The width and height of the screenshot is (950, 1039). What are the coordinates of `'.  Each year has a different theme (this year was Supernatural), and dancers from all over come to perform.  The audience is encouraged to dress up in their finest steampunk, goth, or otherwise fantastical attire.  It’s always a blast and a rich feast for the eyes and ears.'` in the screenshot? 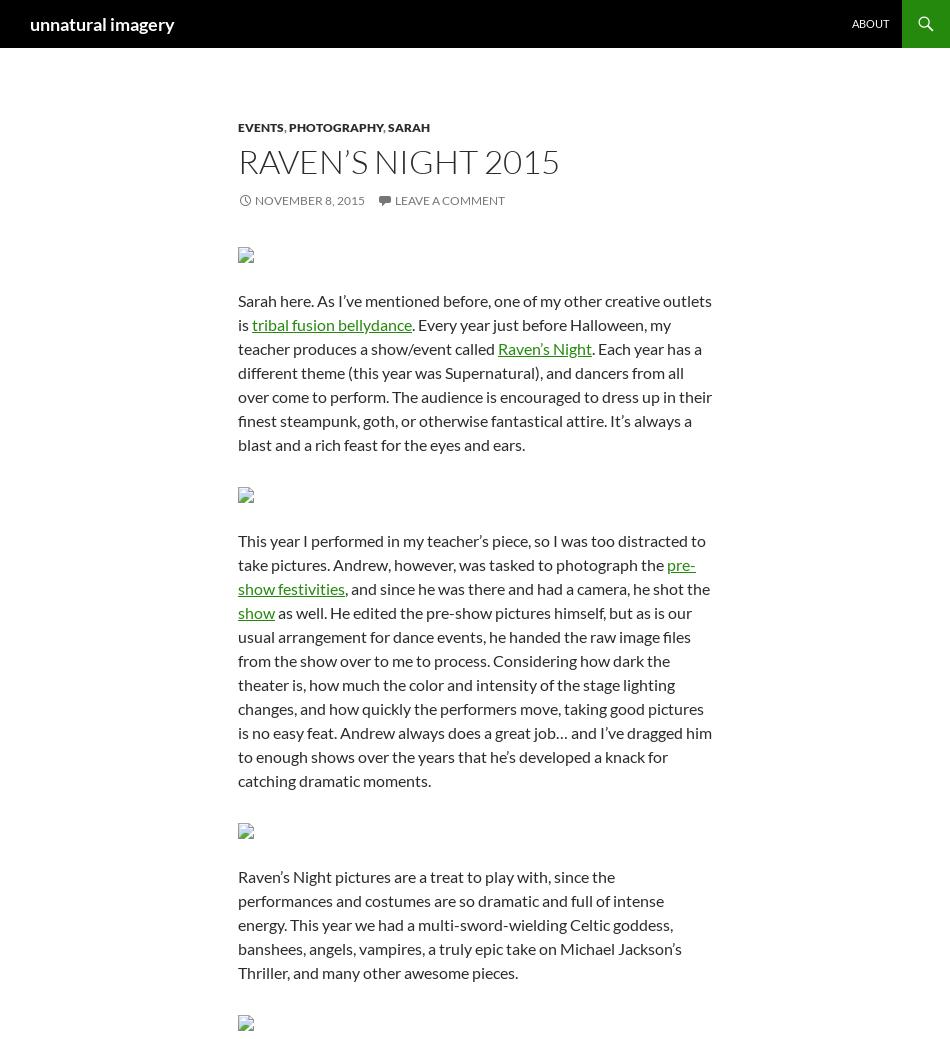 It's located at (475, 395).